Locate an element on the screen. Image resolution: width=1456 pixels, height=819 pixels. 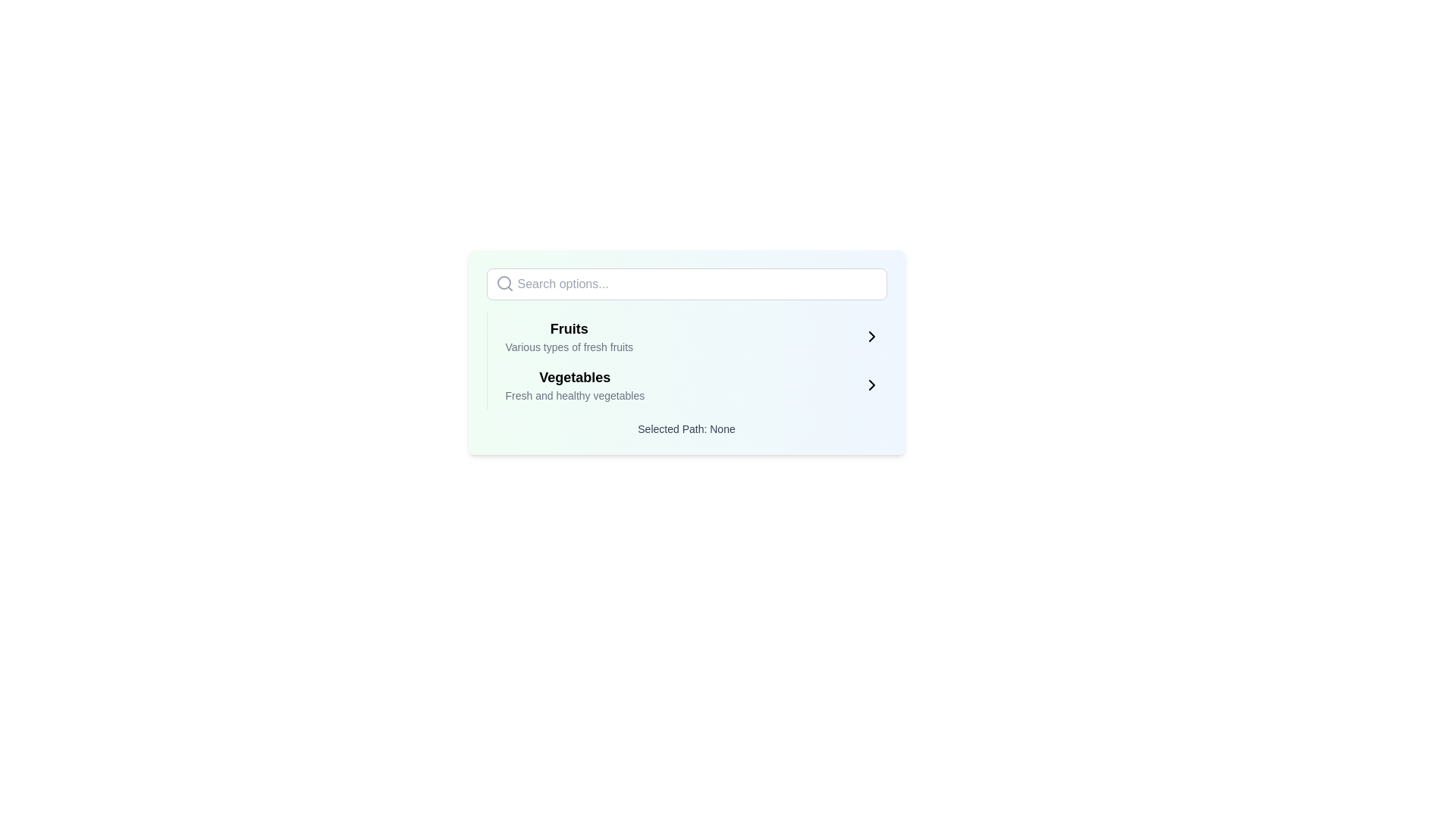
the Text label (Header type) that indicates the section focused on vegetables, located beneath the 'Fruits' section and above the descriptive text 'Fresh and healthy vegetables' is located at coordinates (574, 376).